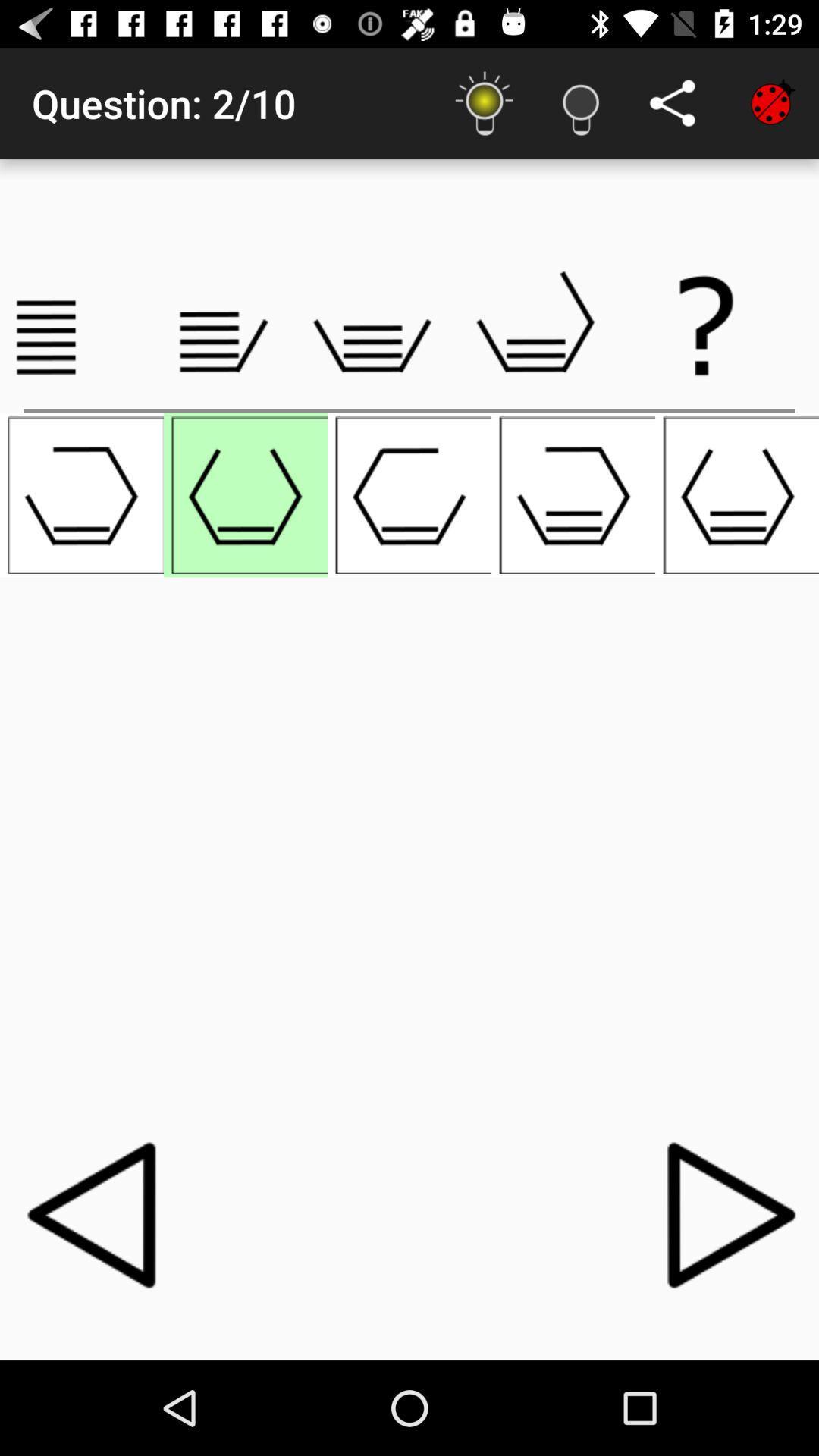 This screenshot has width=819, height=1456. I want to click on the icon at the bottom left corner, so click(96, 1214).